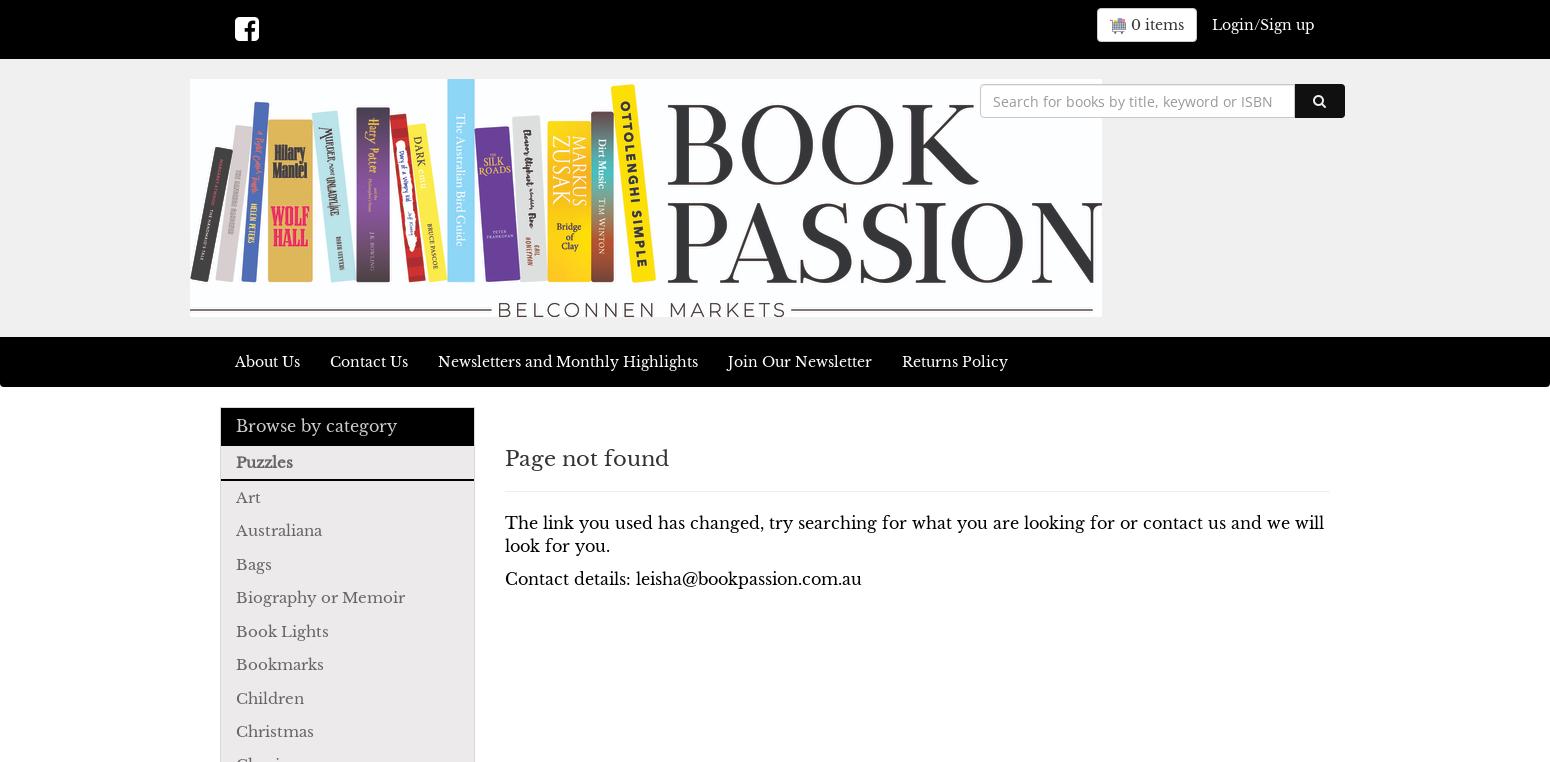 This screenshot has width=1550, height=762. I want to click on 'The link you used has changed, try searching for what you are looking for or contact us and we will look for you.', so click(914, 533).